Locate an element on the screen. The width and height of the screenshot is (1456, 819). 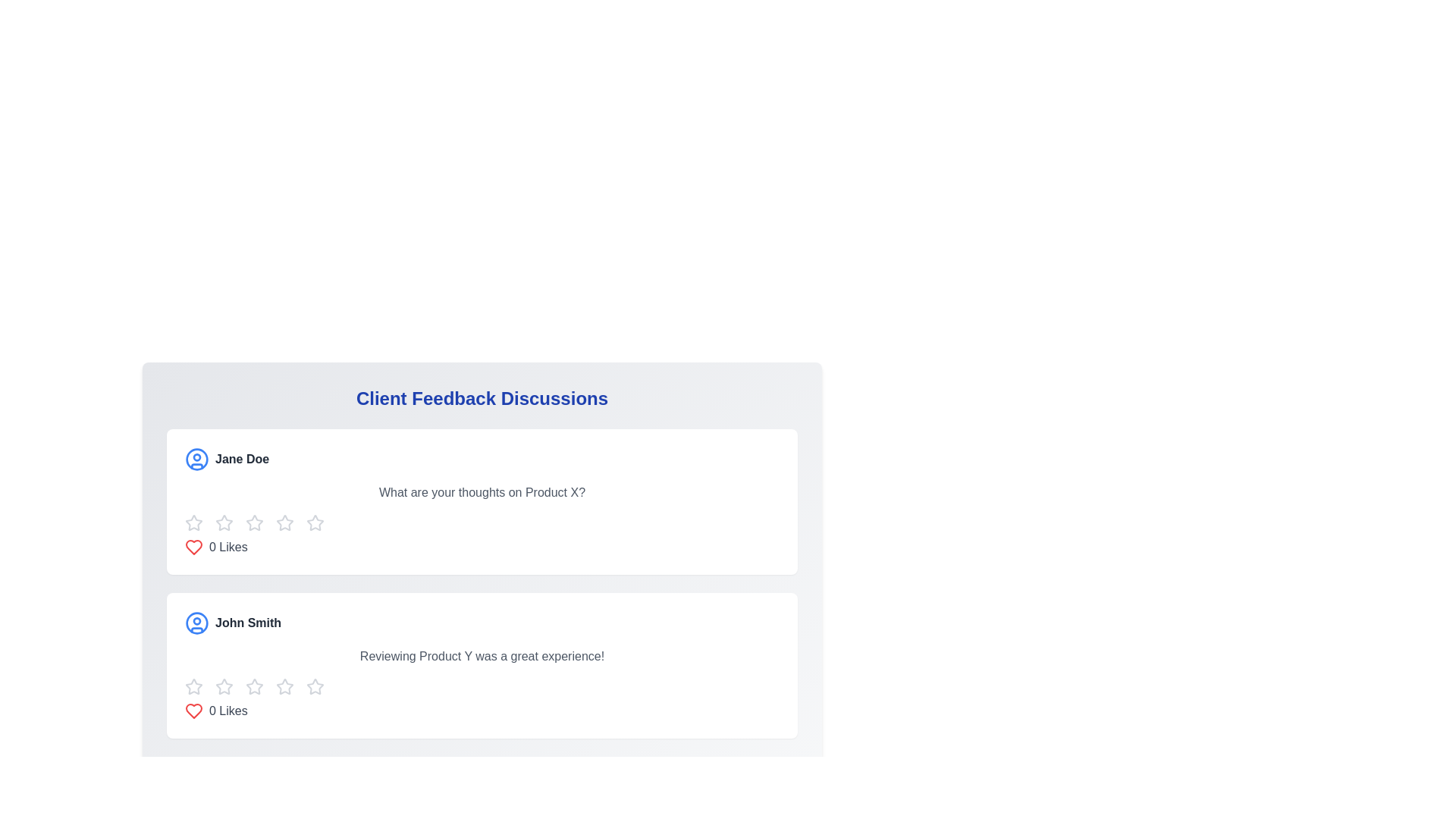
the second star icon in the rating section below 'John Smith' to allow the user to select a rating is located at coordinates (224, 686).